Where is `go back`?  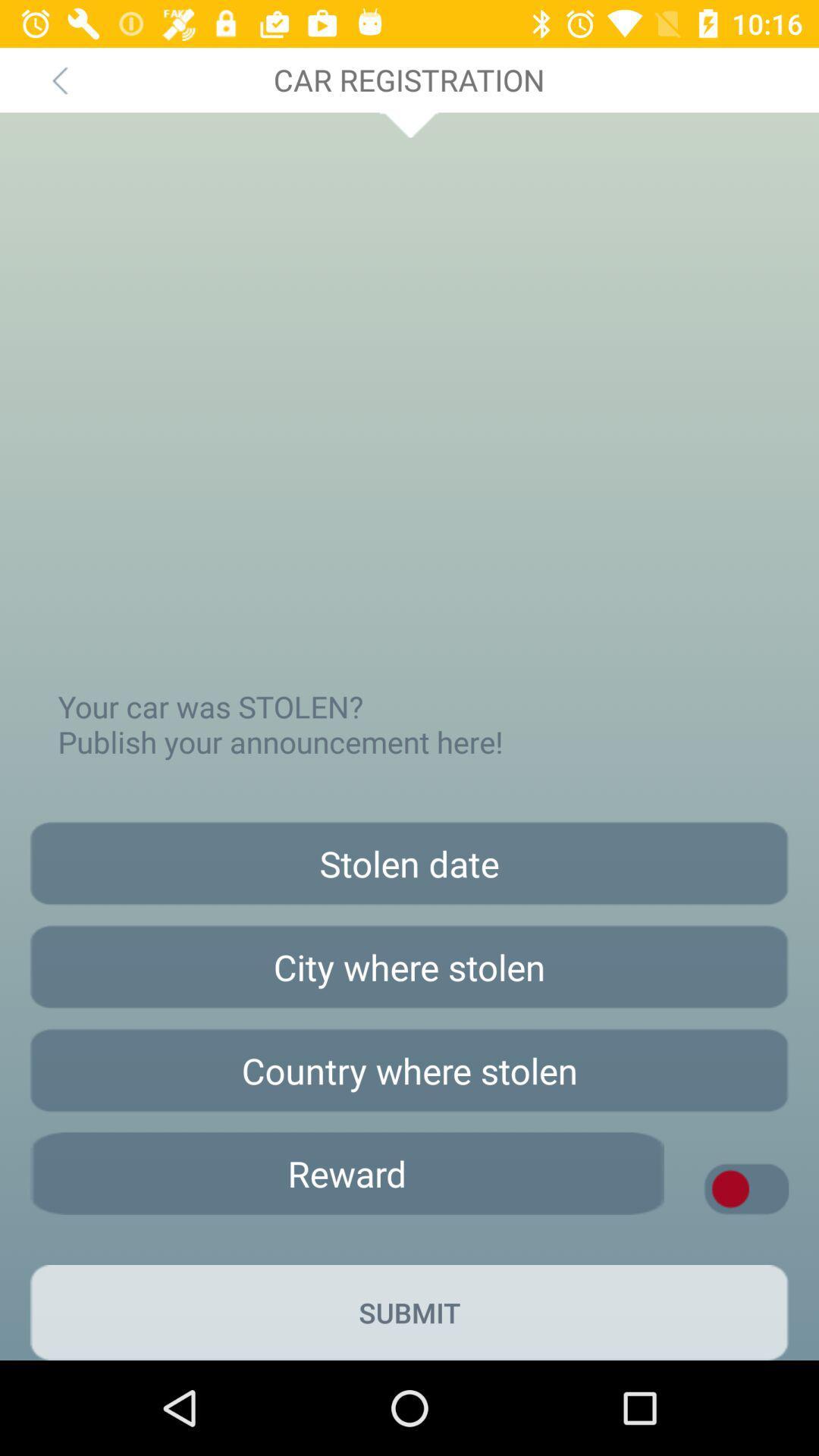
go back is located at coordinates (58, 79).